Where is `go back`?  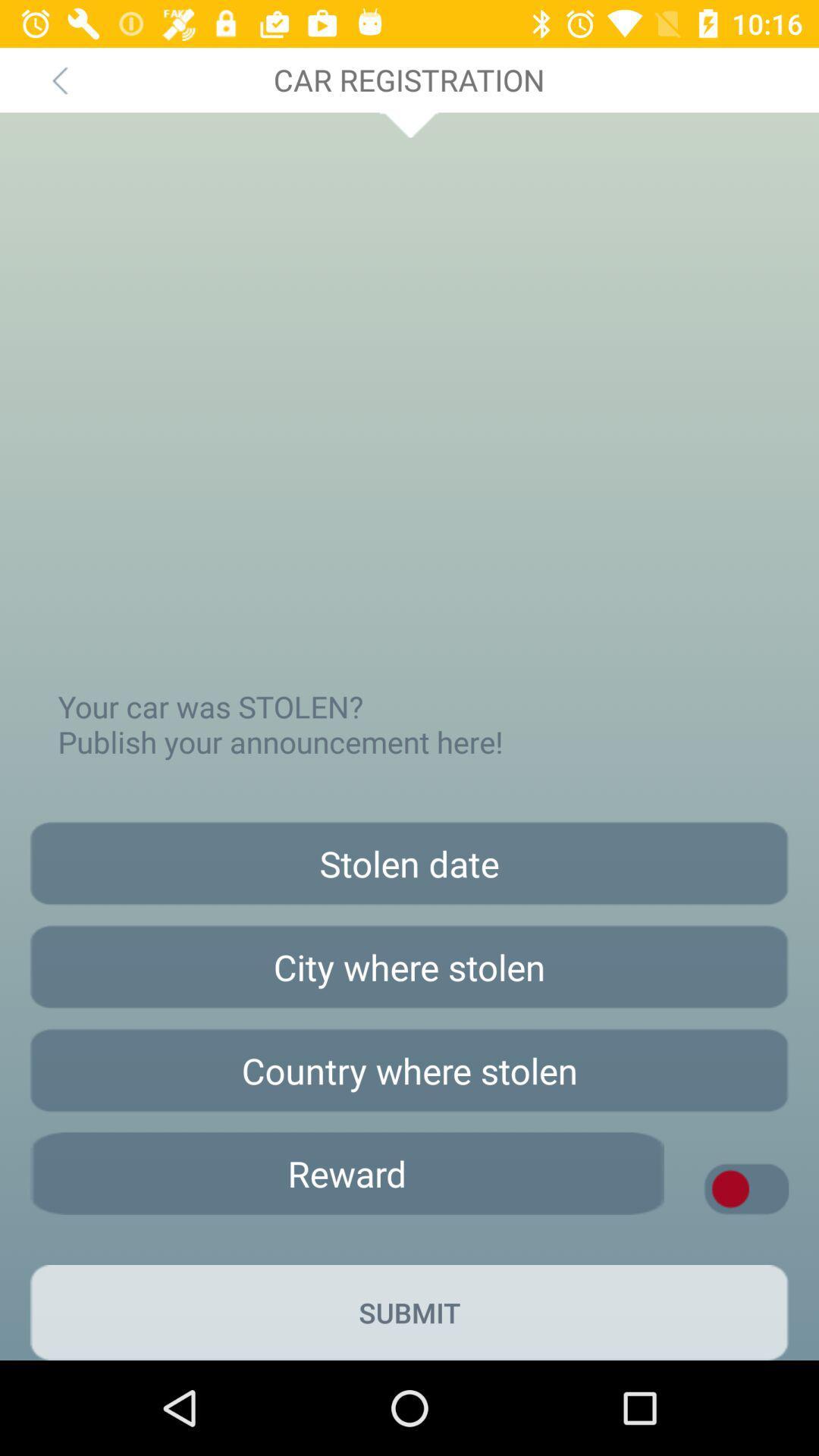
go back is located at coordinates (58, 79).